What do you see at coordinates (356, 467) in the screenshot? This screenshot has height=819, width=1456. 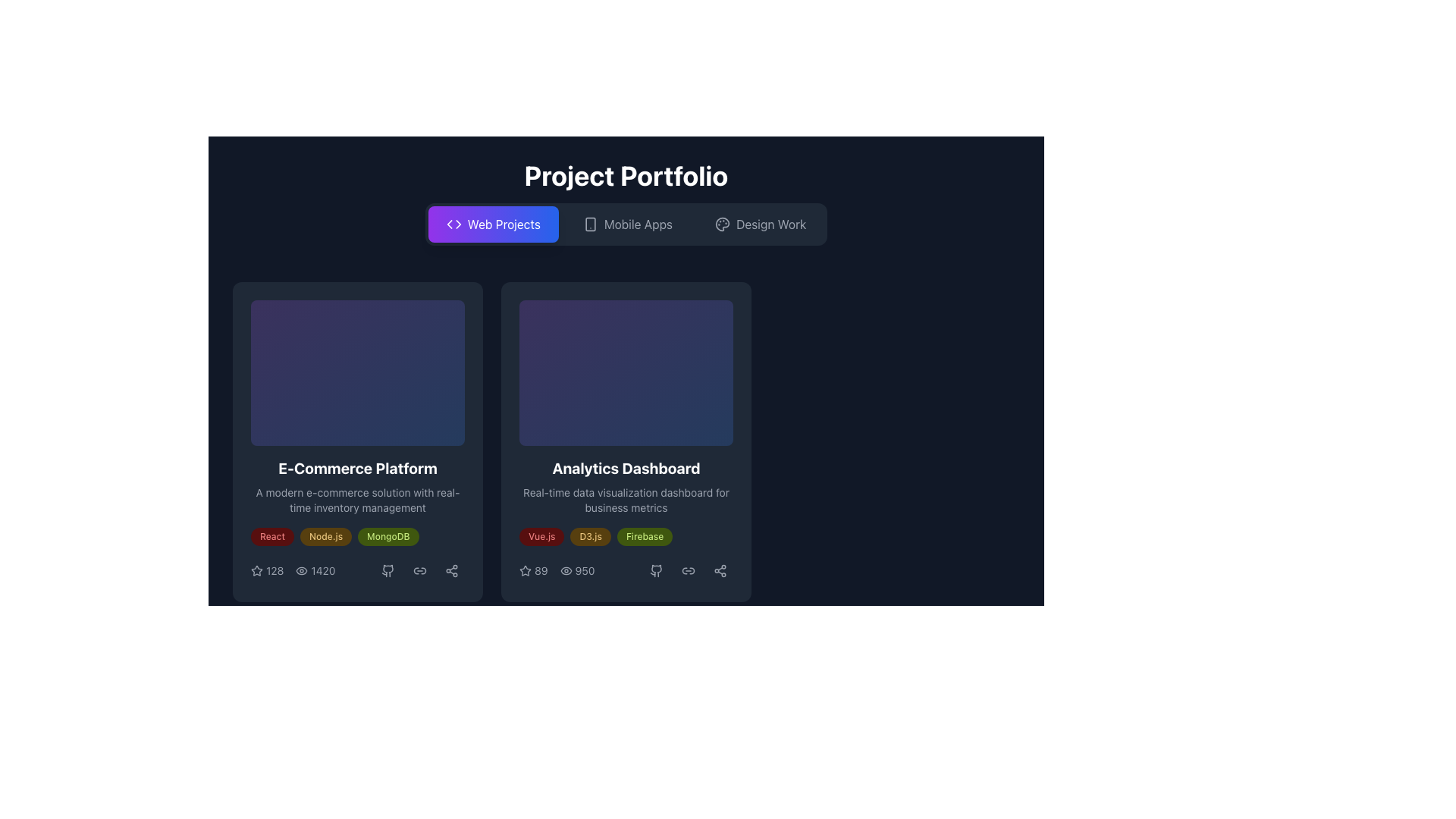 I see `the text block displaying the title 'E-Commerce Platform' in bold, extra-large font for copying` at bounding box center [356, 467].